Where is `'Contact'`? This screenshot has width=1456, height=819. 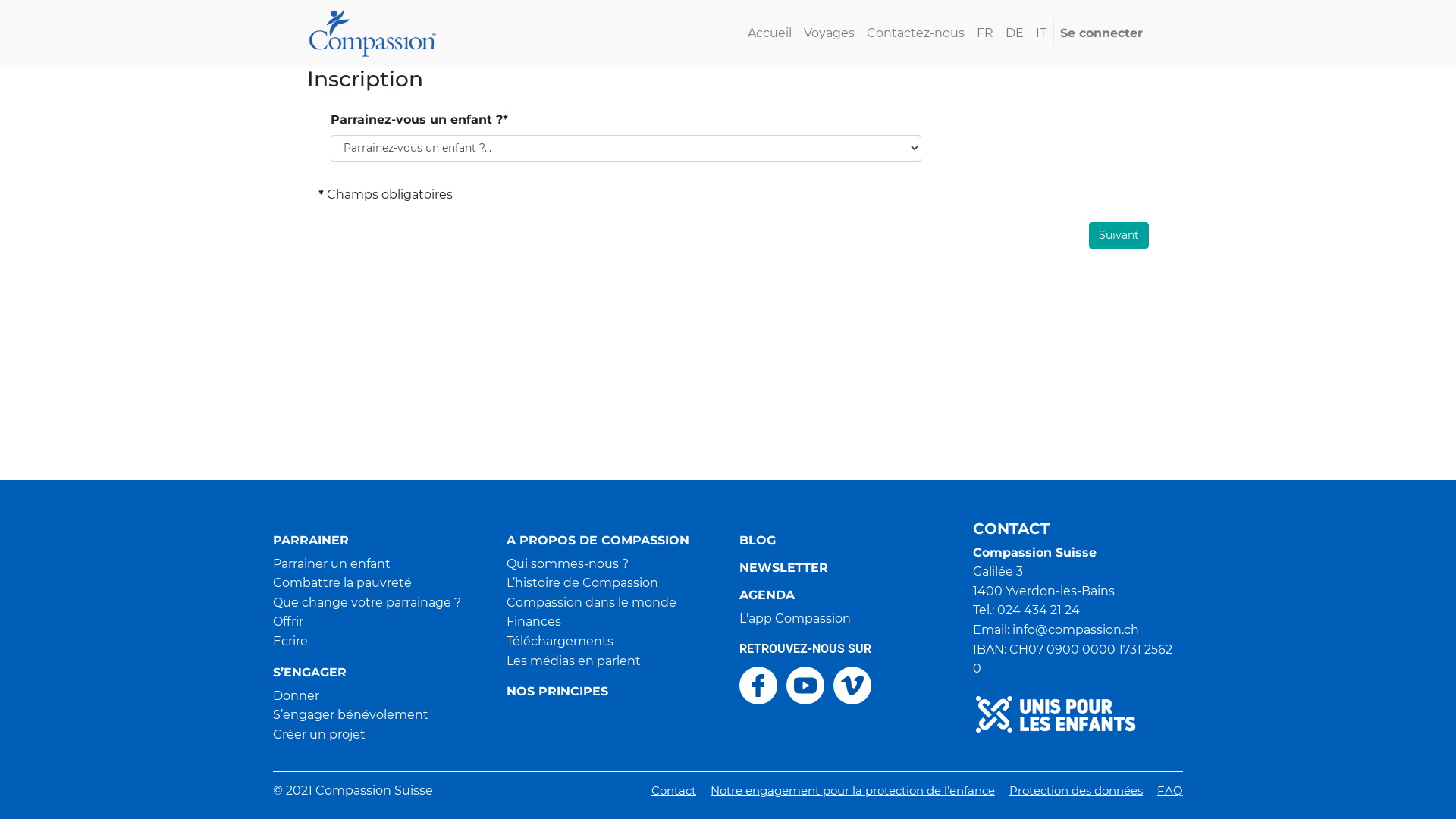
'Contact' is located at coordinates (673, 789).